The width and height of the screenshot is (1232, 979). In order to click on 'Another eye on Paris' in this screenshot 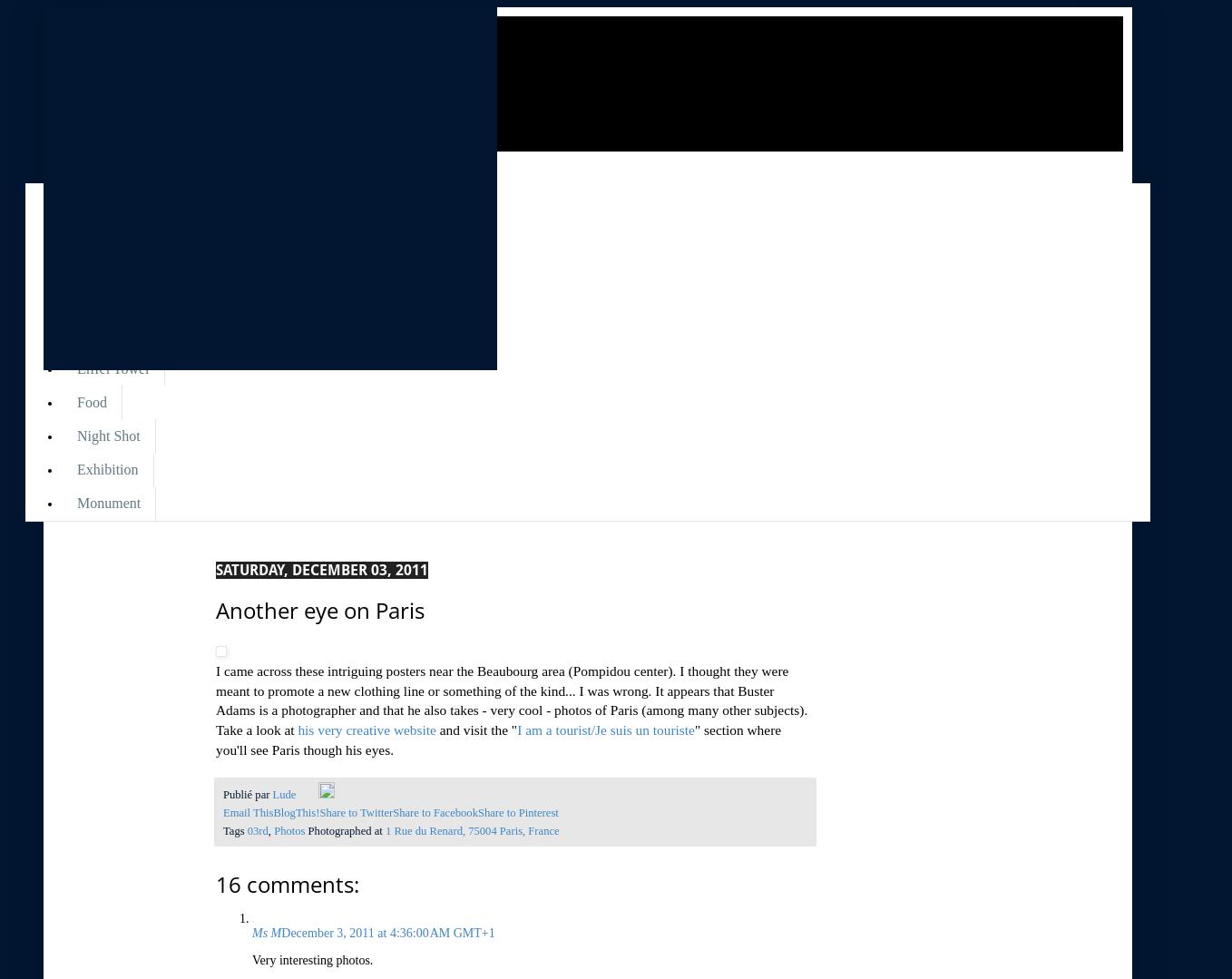, I will do `click(215, 609)`.